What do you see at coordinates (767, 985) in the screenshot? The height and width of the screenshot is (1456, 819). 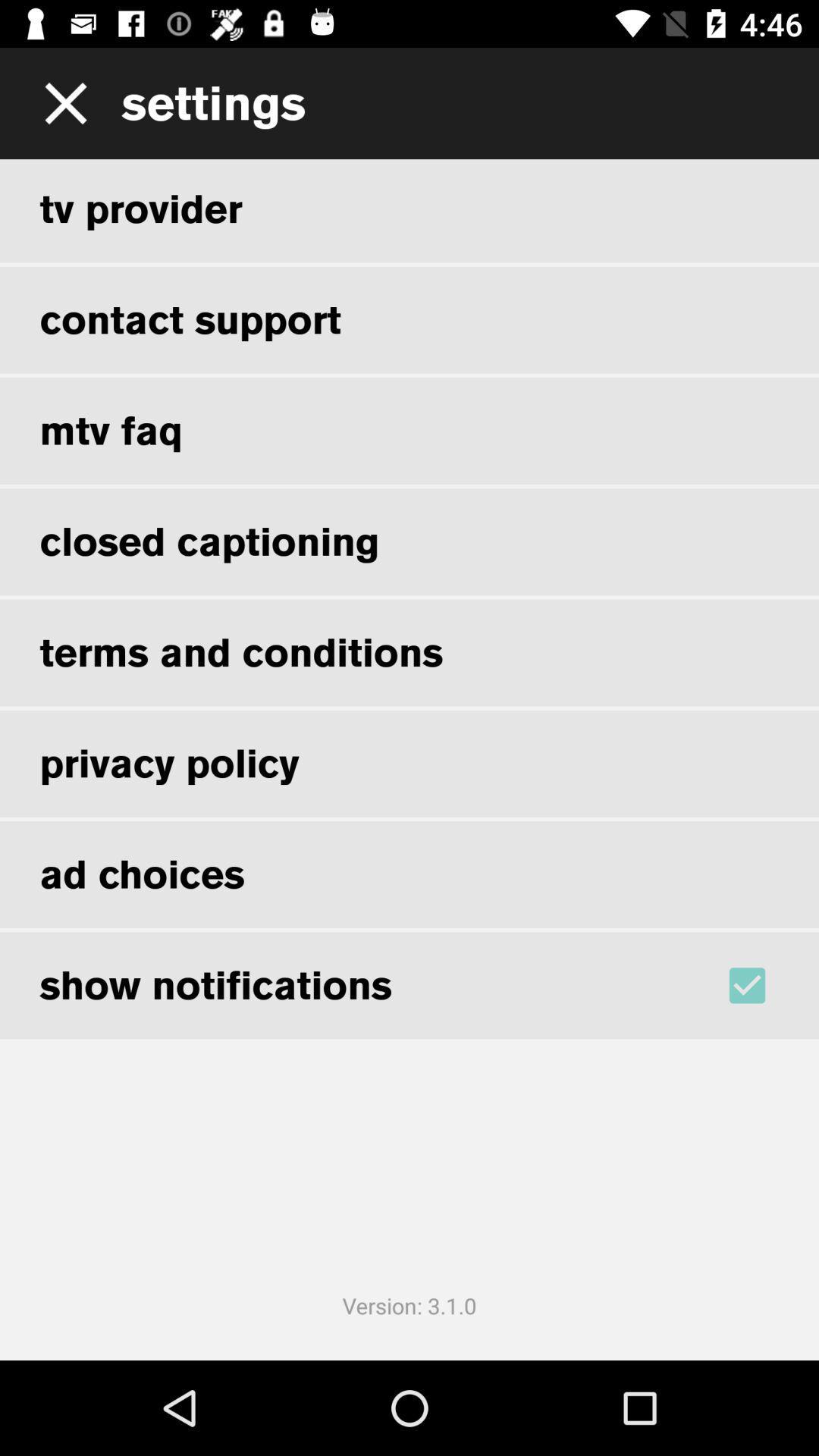 I see `show notifications checkbox` at bounding box center [767, 985].